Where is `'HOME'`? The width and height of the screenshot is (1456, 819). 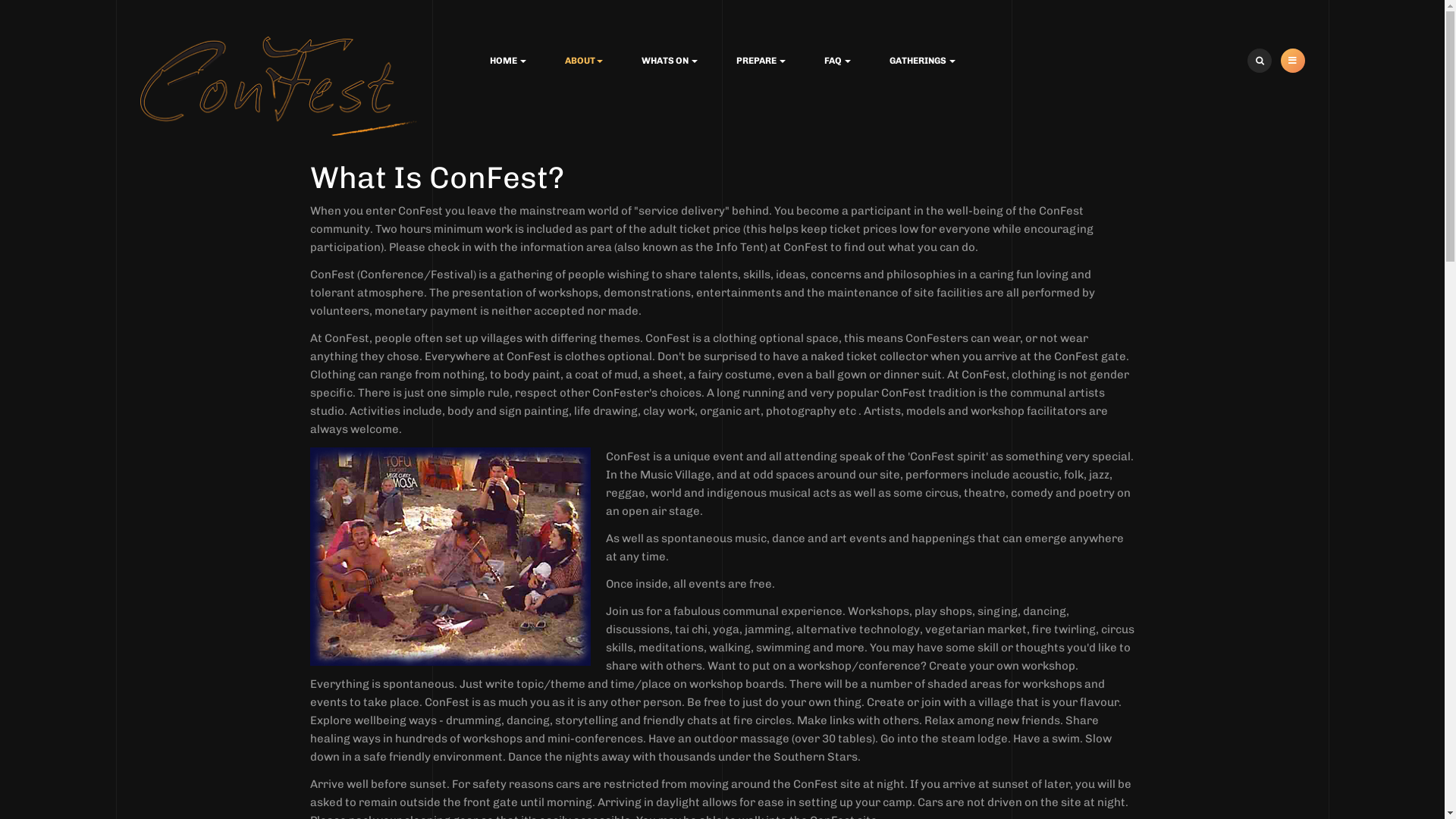
'HOME' is located at coordinates (508, 60).